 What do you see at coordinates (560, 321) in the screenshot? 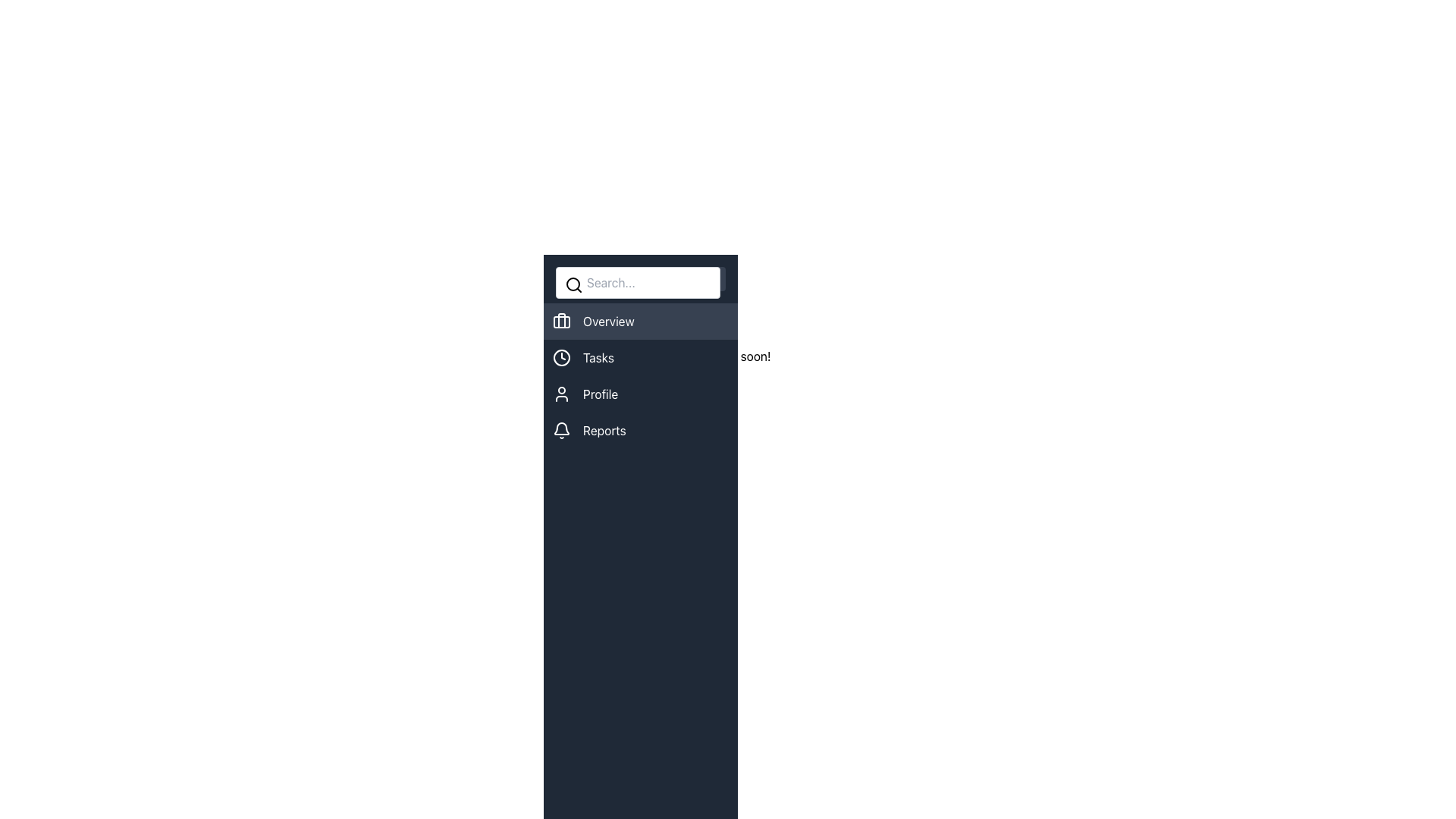
I see `the briefcase icon representing the 'Overview' section in the left-side navigation bar` at bounding box center [560, 321].